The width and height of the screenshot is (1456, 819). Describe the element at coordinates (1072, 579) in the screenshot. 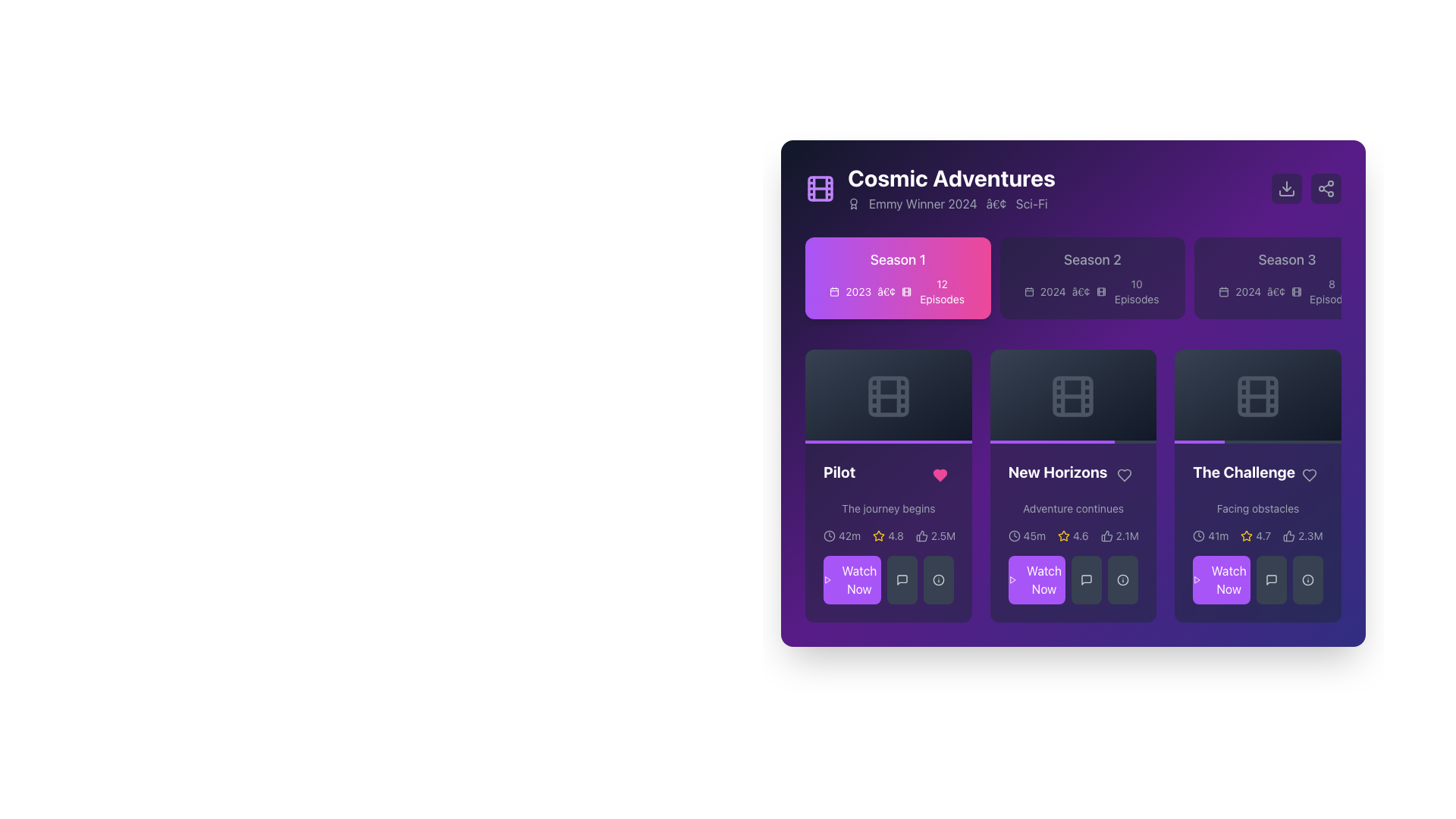

I see `the button located in the bottom left corner of the 'New Horizons' card to initiate video playback or access the associated content` at that location.